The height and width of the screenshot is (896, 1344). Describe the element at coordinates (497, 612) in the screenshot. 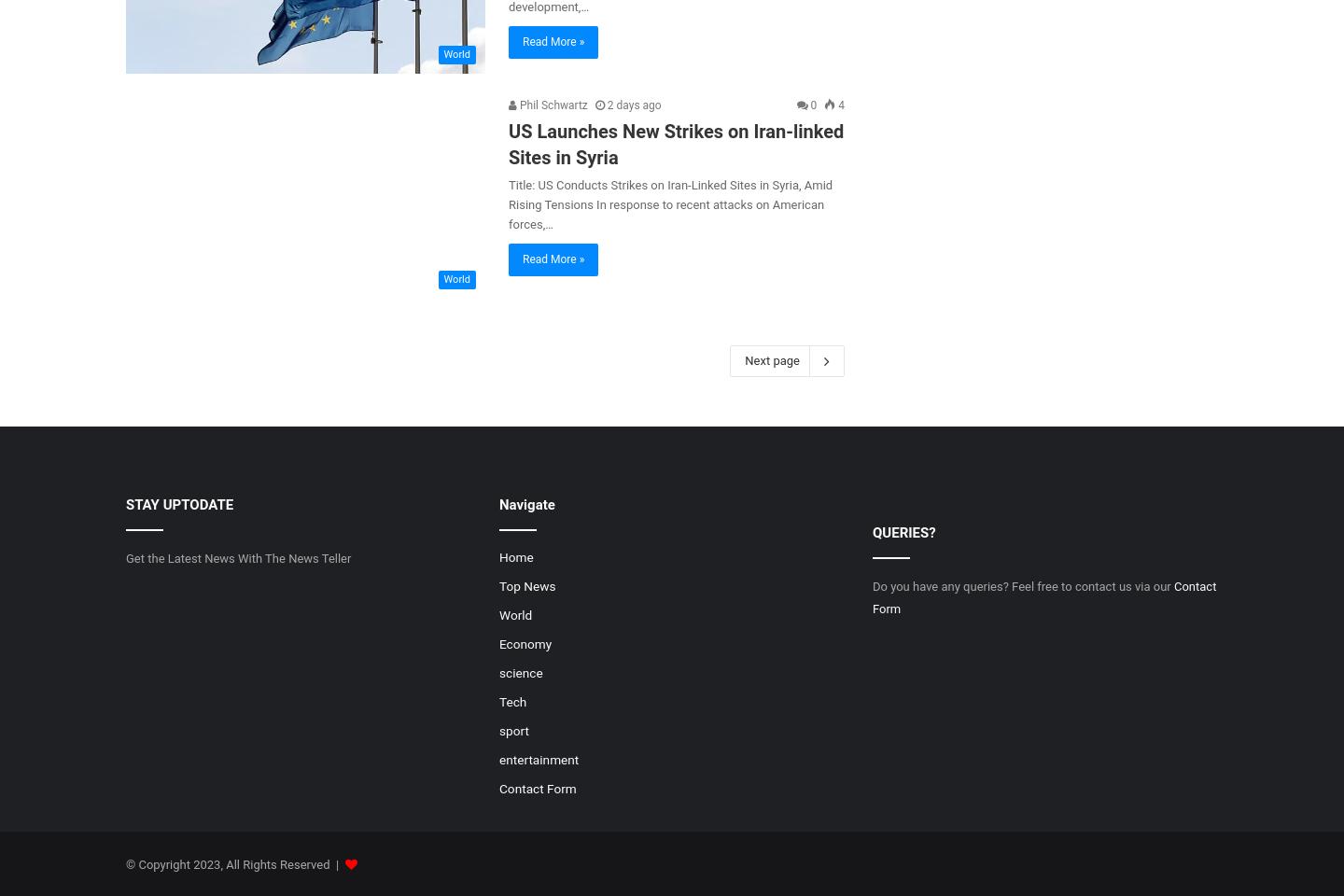

I see `'World'` at that location.